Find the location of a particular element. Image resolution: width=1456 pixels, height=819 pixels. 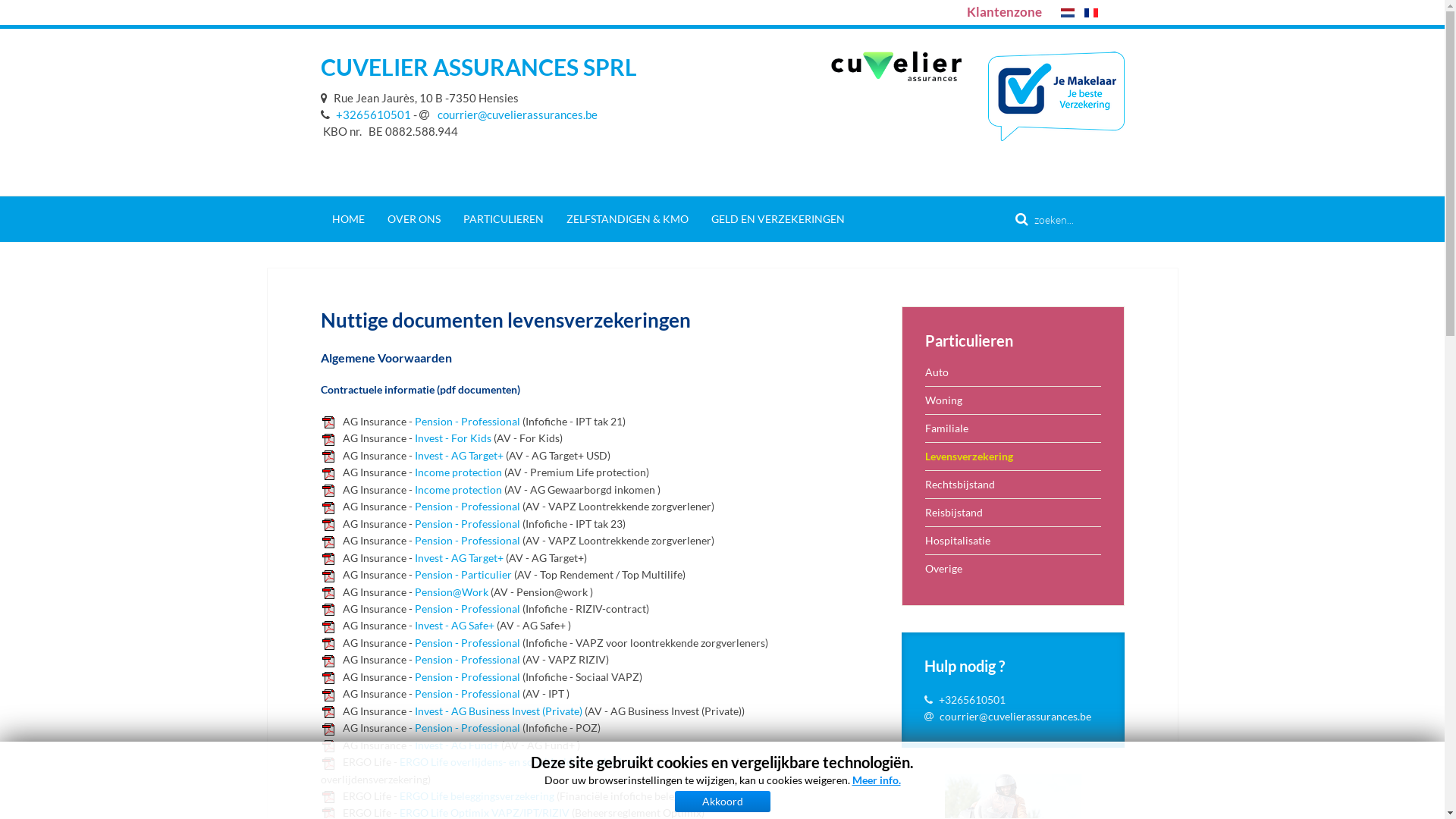

'Pension - Professional' is located at coordinates (466, 421).